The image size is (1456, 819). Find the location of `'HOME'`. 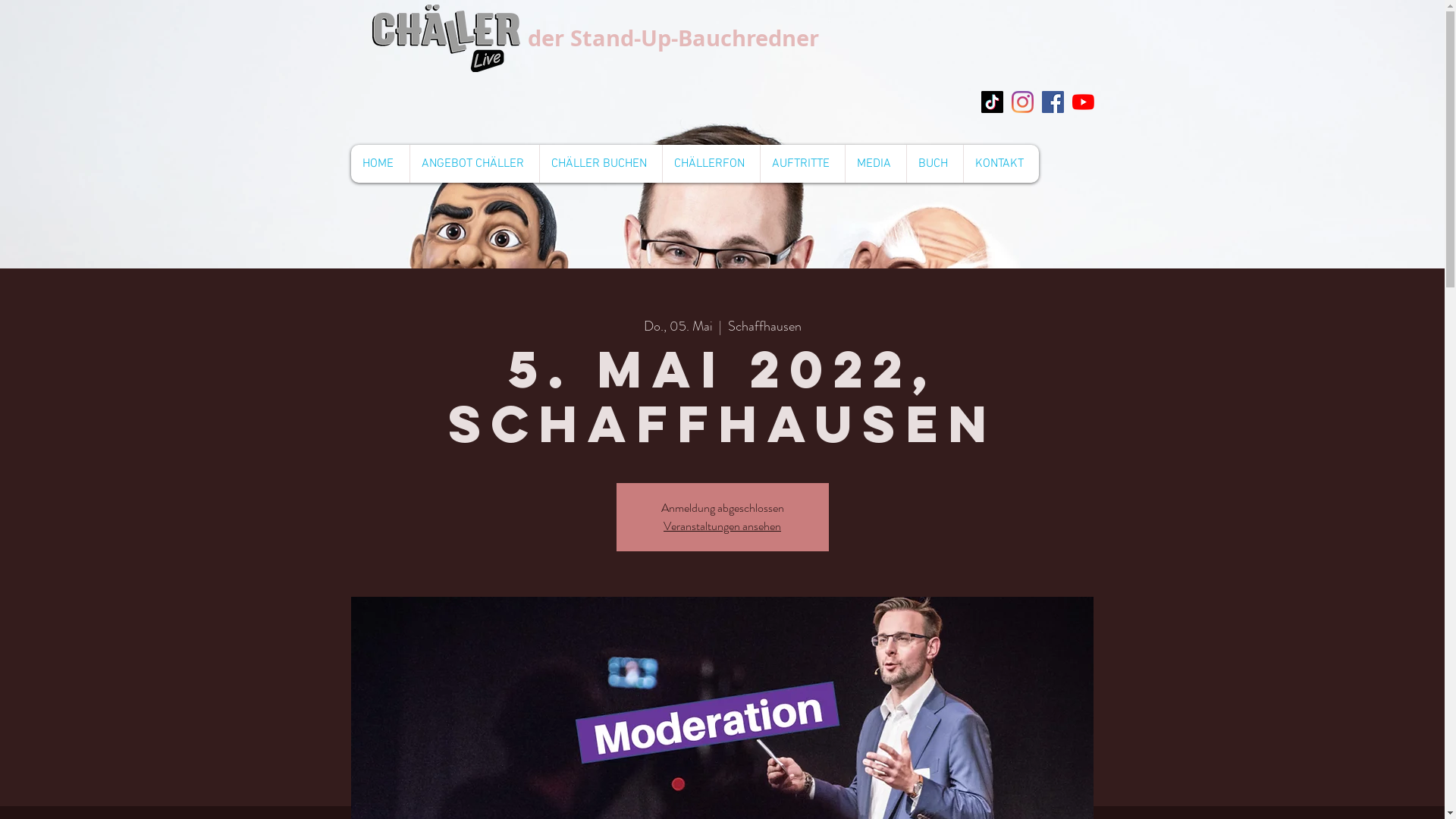

'HOME' is located at coordinates (379, 164).